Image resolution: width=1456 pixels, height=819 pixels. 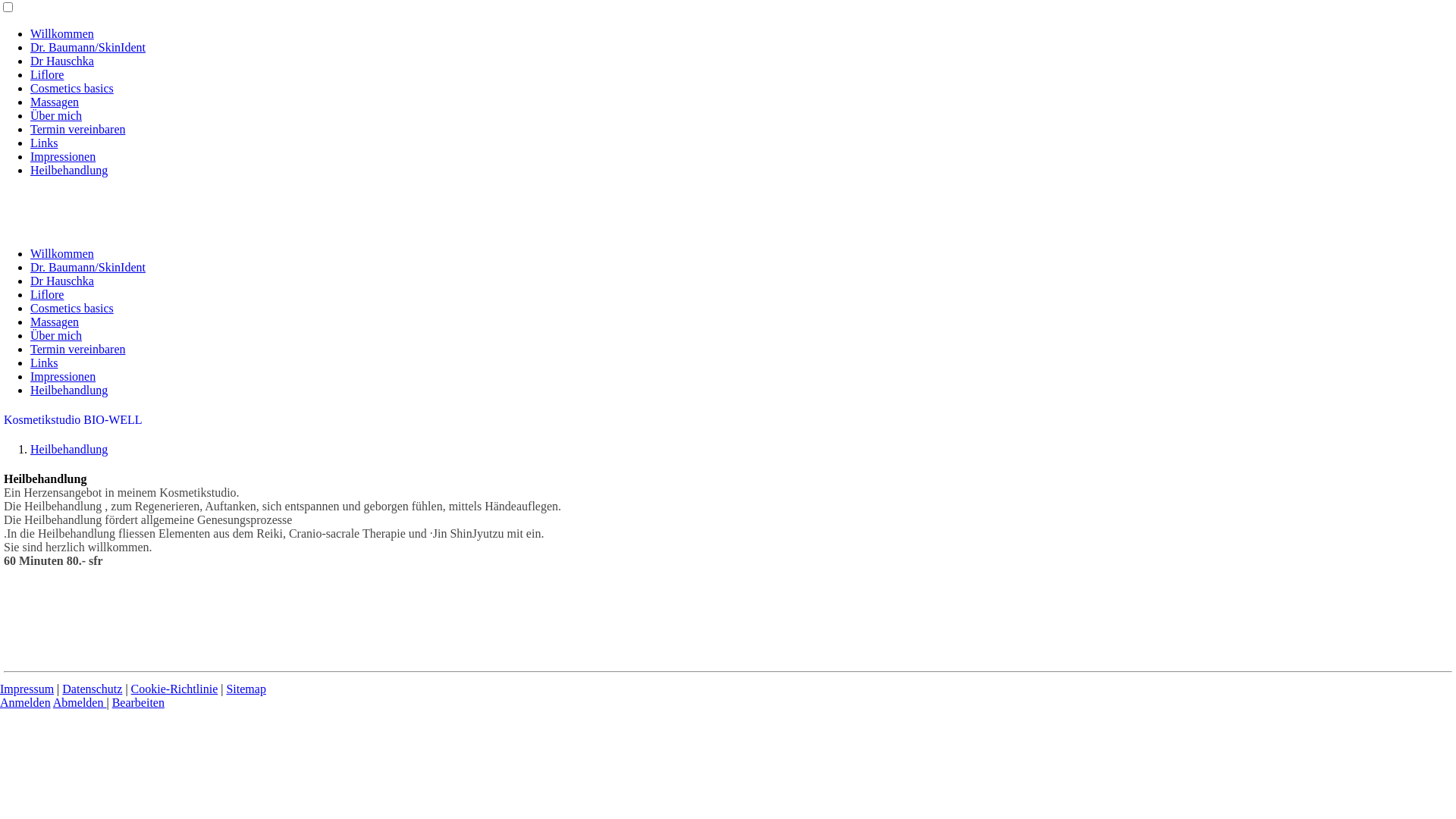 I want to click on 'Cosmetics basics', so click(x=30, y=307).